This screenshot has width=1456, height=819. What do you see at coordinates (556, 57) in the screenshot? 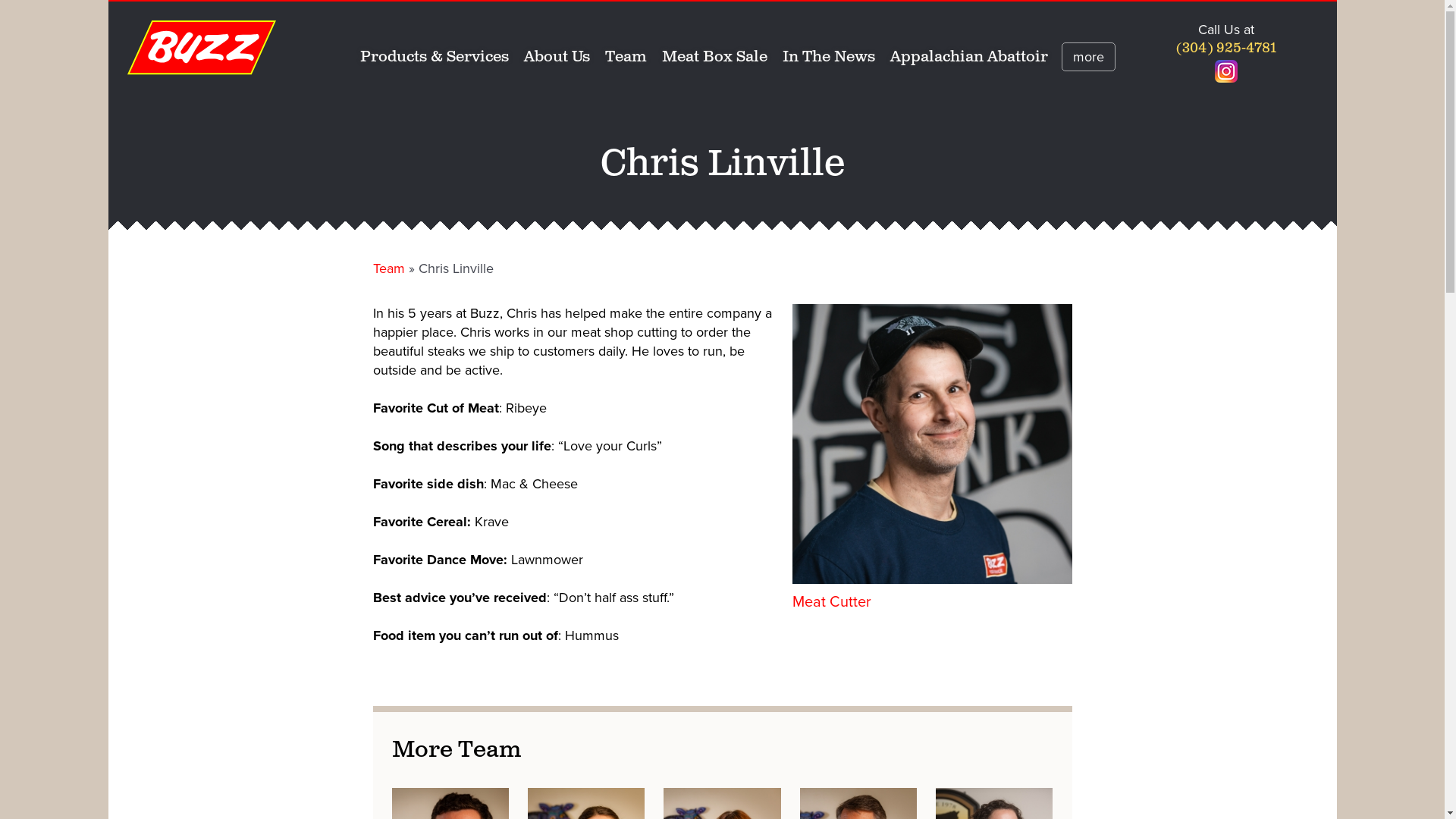
I see `'About Us'` at bounding box center [556, 57].